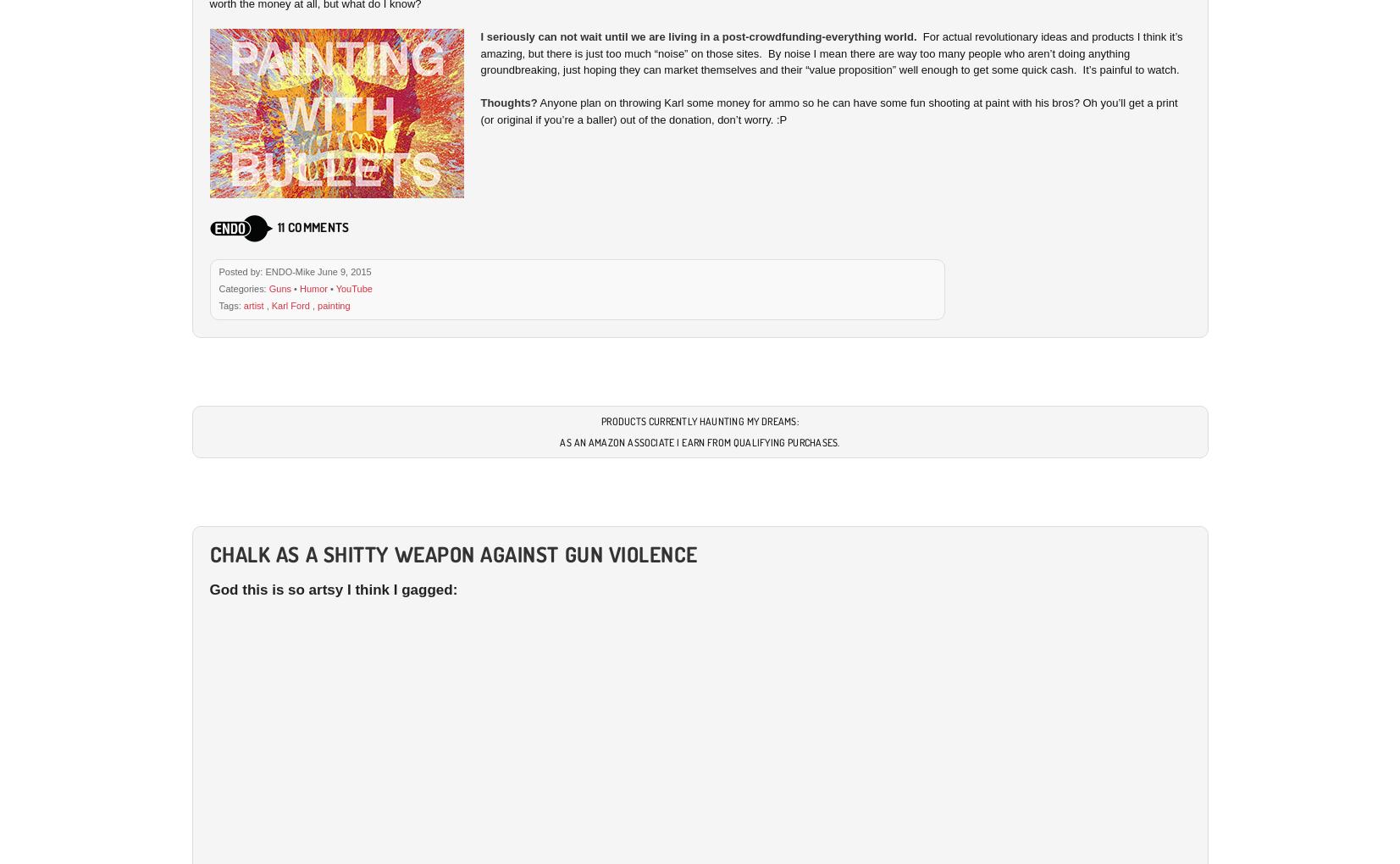  Describe the element at coordinates (507, 102) in the screenshot. I see `'Thoughts?'` at that location.